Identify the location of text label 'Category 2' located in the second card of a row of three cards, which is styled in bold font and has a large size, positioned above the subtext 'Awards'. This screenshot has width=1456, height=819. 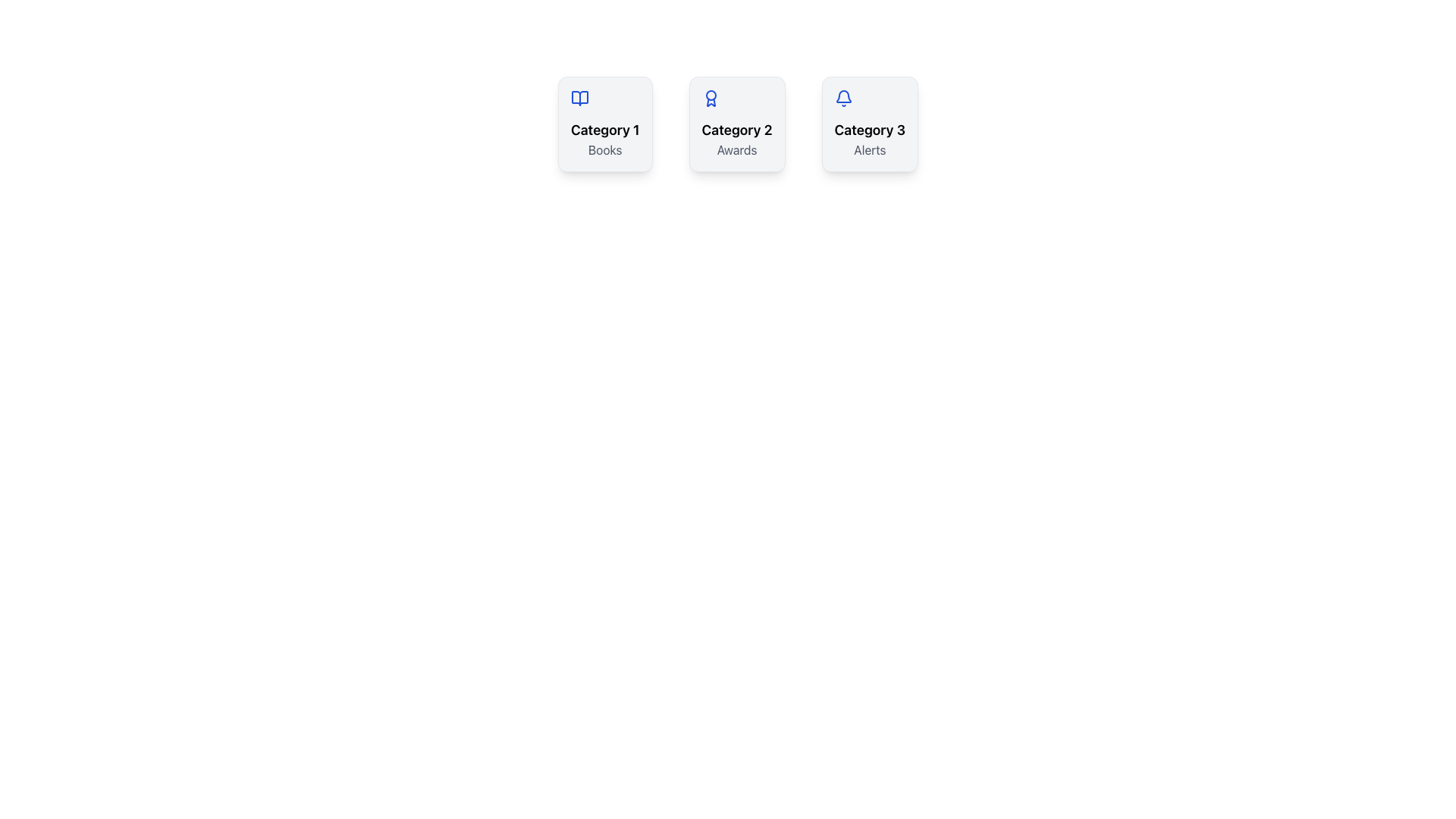
(737, 130).